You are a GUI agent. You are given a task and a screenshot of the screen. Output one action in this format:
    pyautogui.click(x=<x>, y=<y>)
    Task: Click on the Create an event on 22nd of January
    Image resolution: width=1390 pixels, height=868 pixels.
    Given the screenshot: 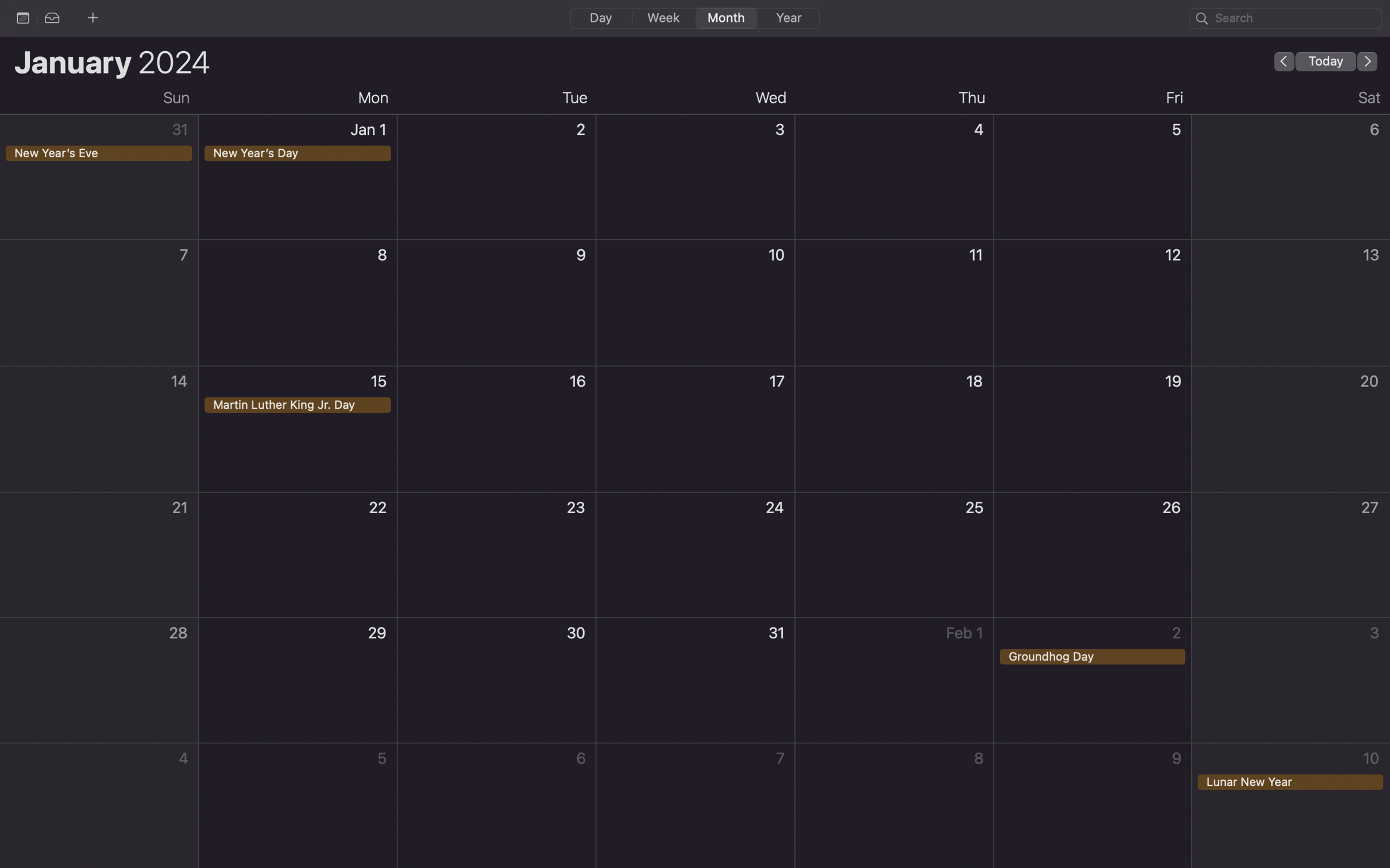 What is the action you would take?
    pyautogui.click(x=298, y=555)
    